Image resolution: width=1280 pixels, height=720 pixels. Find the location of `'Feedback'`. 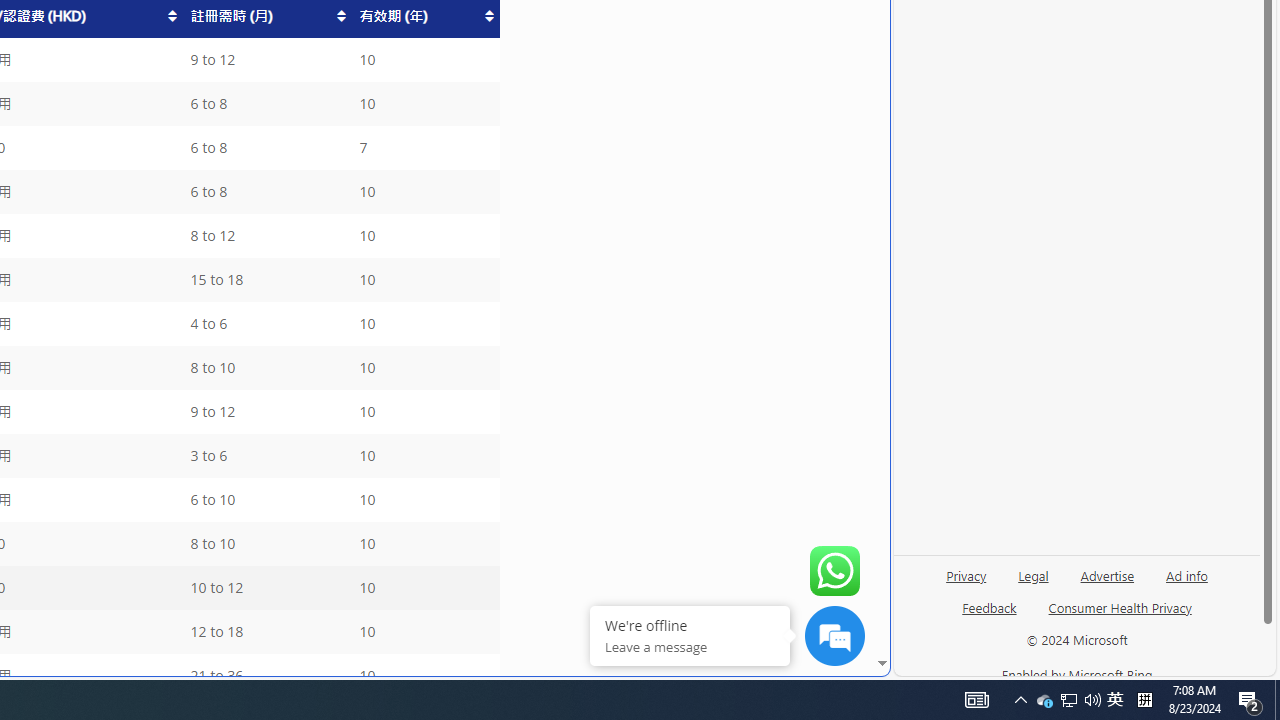

'Feedback' is located at coordinates (989, 614).